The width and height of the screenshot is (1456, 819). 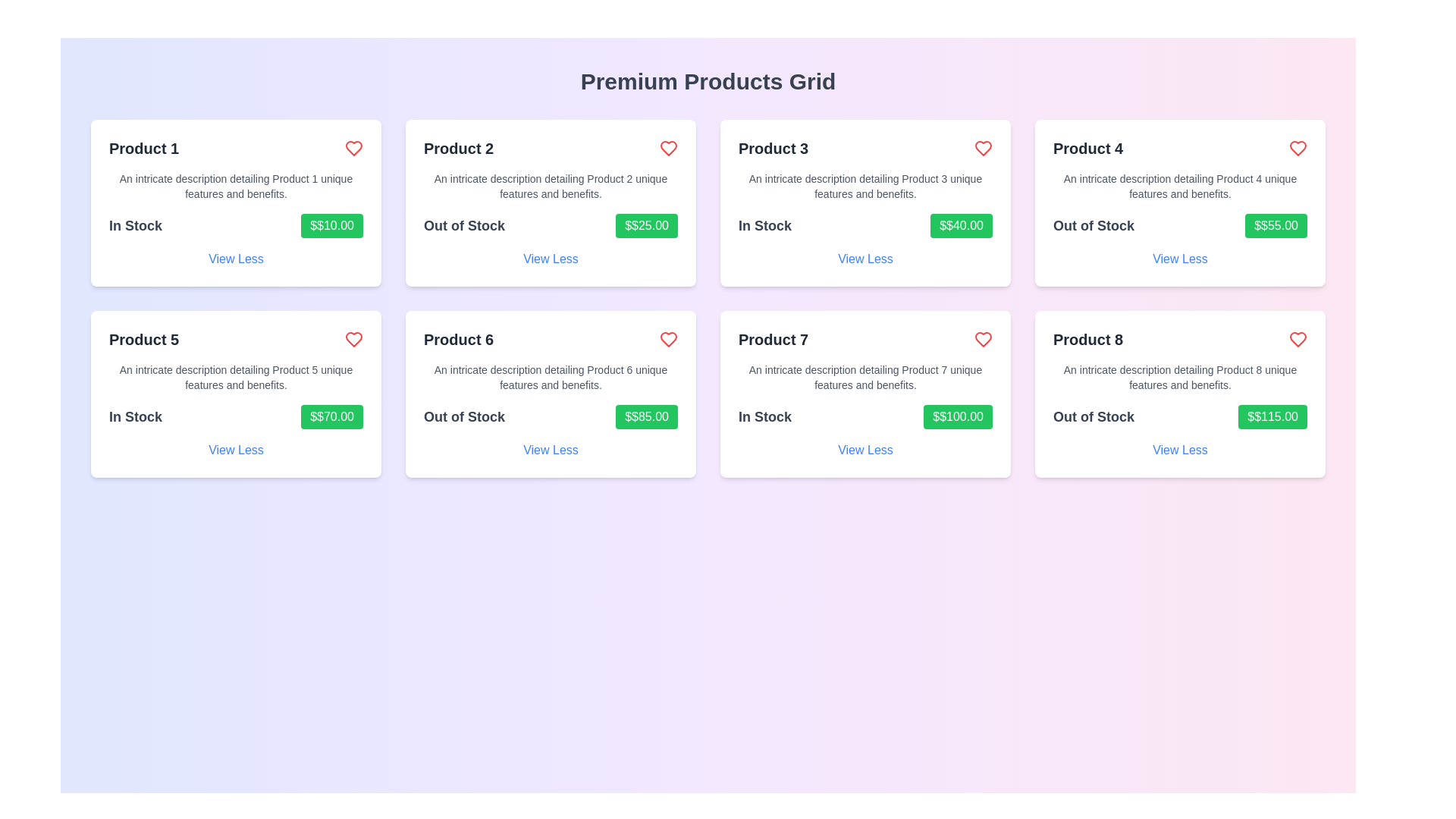 I want to click on the descriptive text element for 'Product 6', which is positioned between the product title and the 'Out of Stock' label, so click(x=550, y=376).